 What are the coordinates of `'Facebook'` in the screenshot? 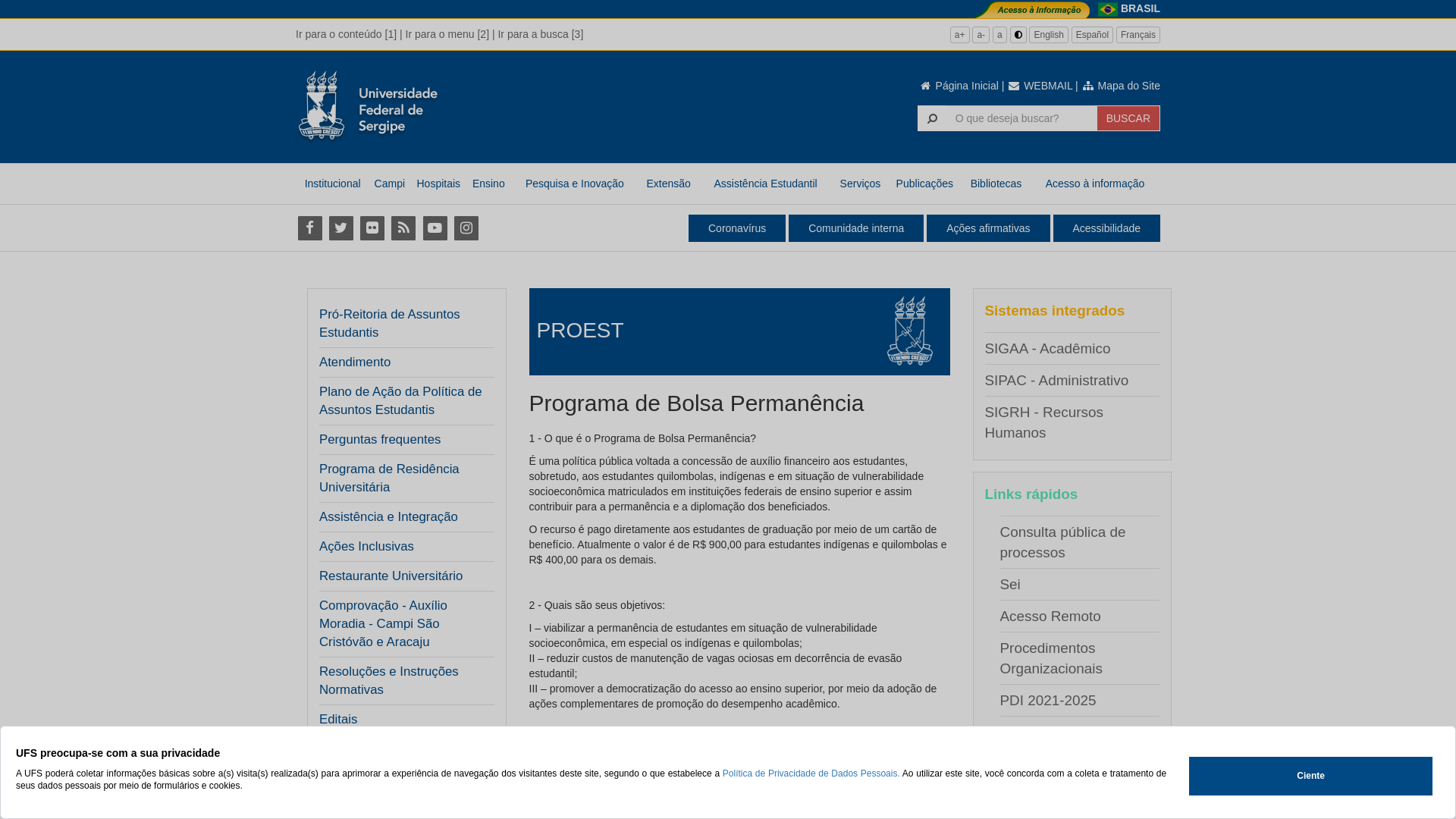 It's located at (309, 227).